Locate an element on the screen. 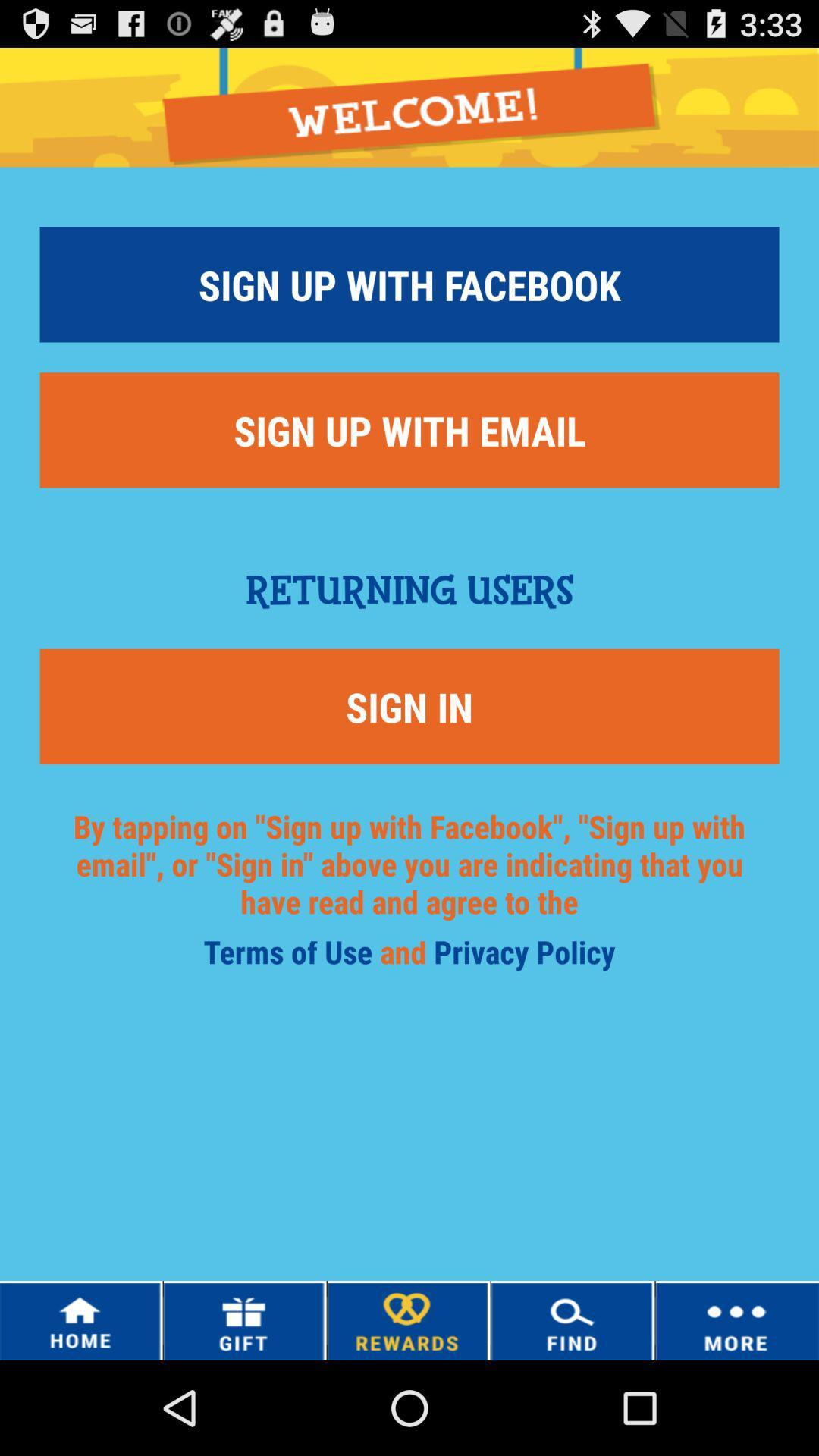  item to the right of and is located at coordinates (523, 956).